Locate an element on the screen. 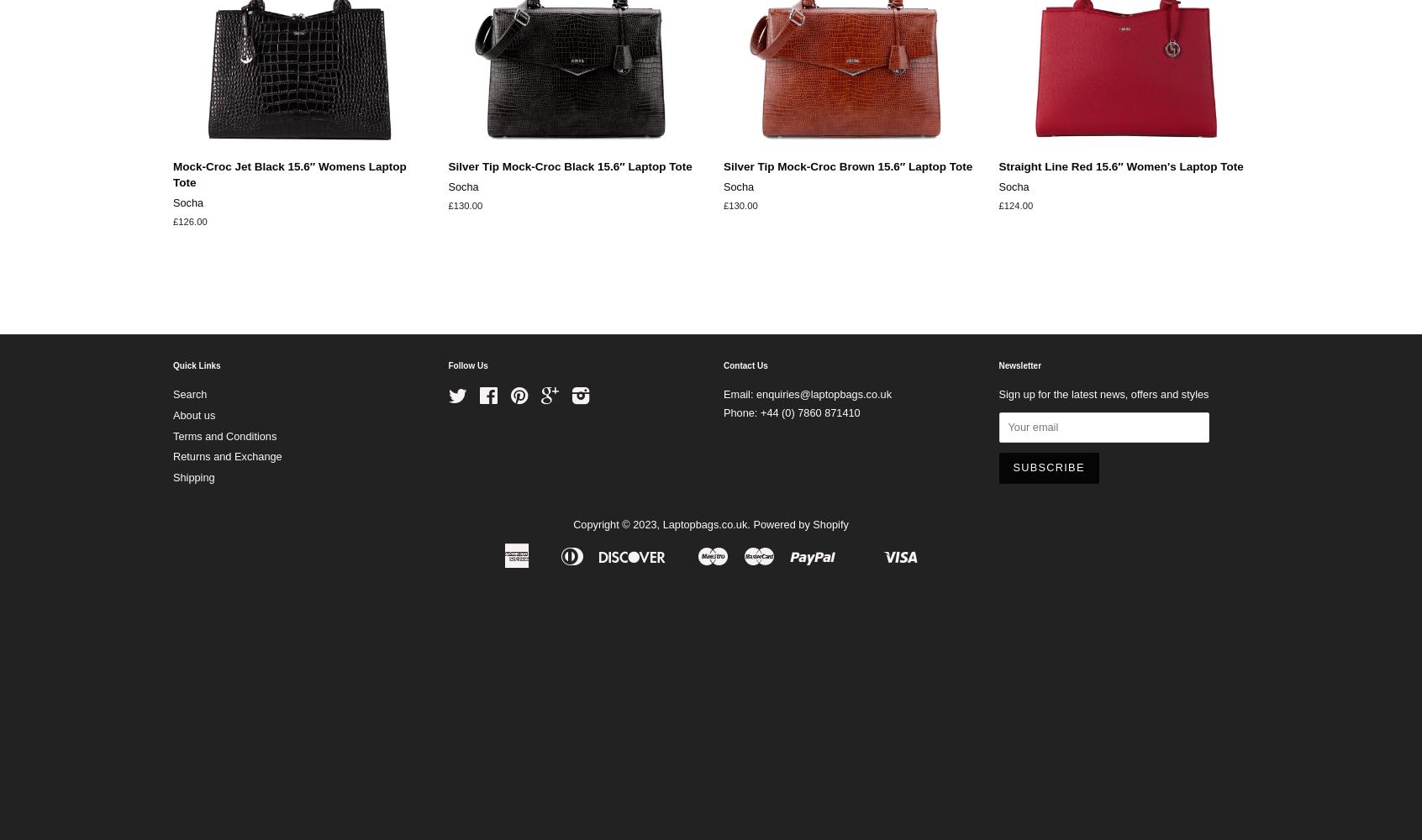  'Copyright © 2023,' is located at coordinates (617, 523).